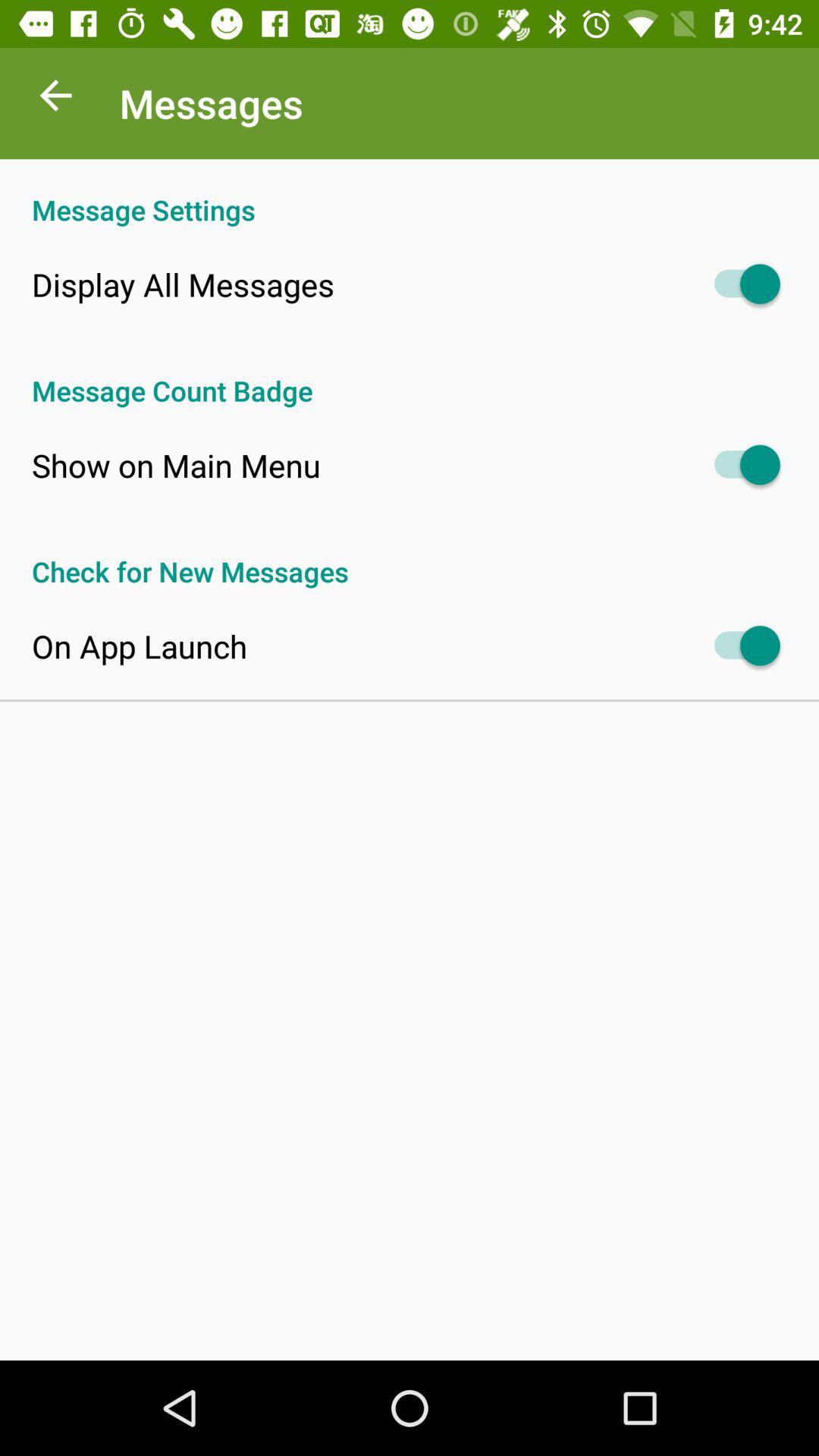 This screenshot has height=1456, width=819. What do you see at coordinates (55, 99) in the screenshot?
I see `icon to the left of the messages item` at bounding box center [55, 99].